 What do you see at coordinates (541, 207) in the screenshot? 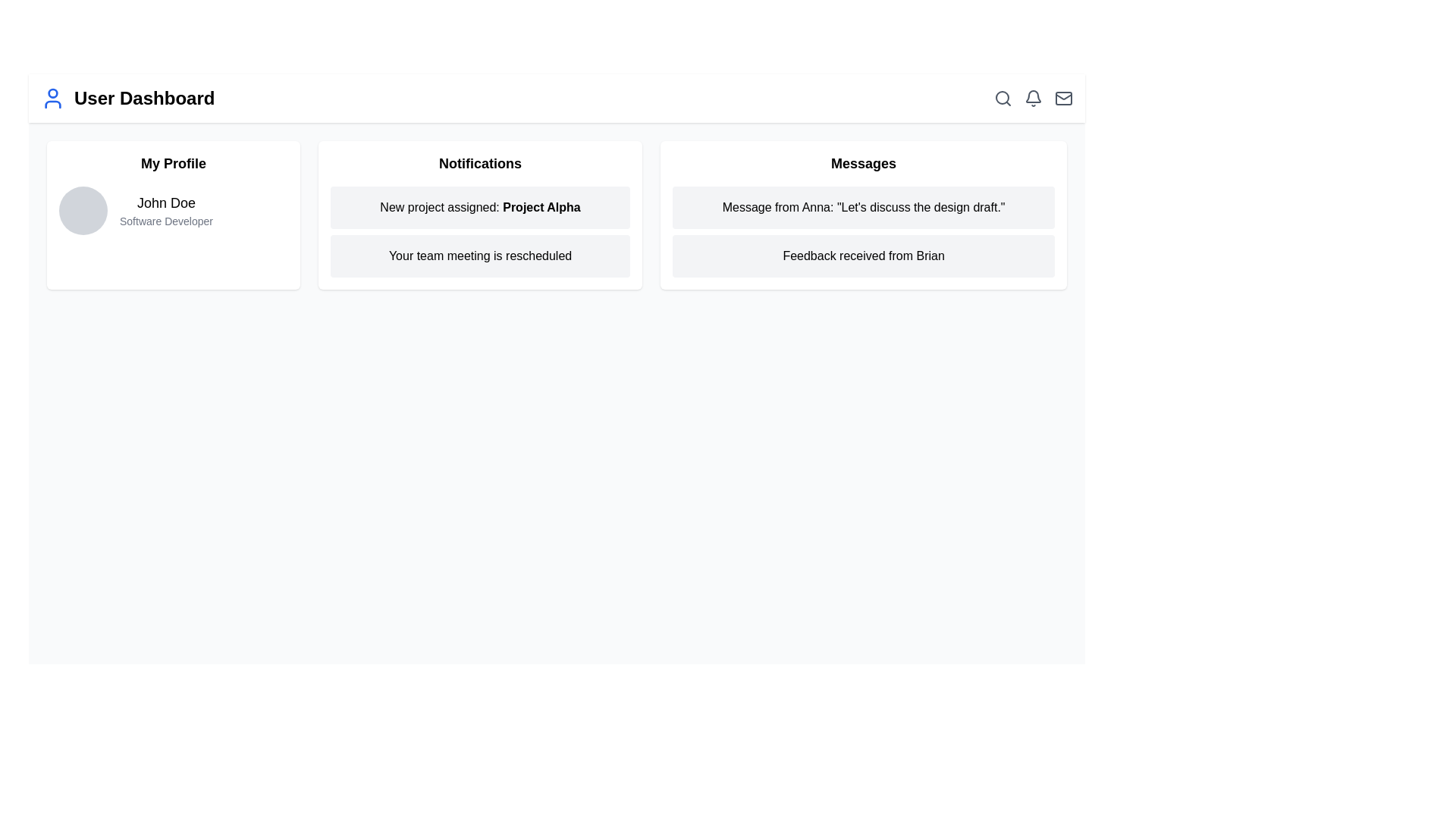
I see `project name displayed in the notification label, which shows 'Project Alpha' within the Notifications section of the dashboard` at bounding box center [541, 207].